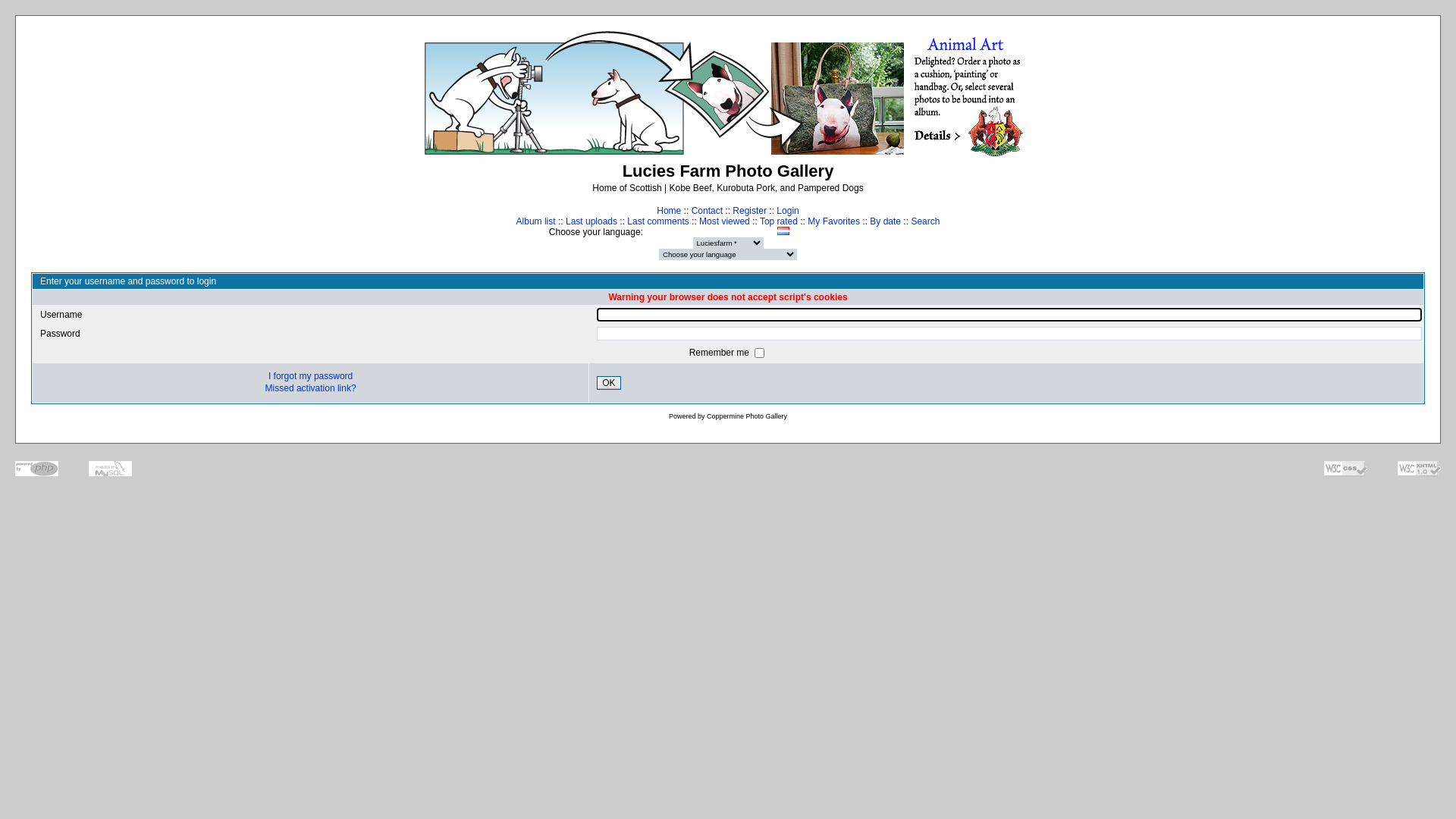 This screenshot has width=1456, height=819. Describe the element at coordinates (797, 231) in the screenshot. I see `'Polish / Polski'` at that location.